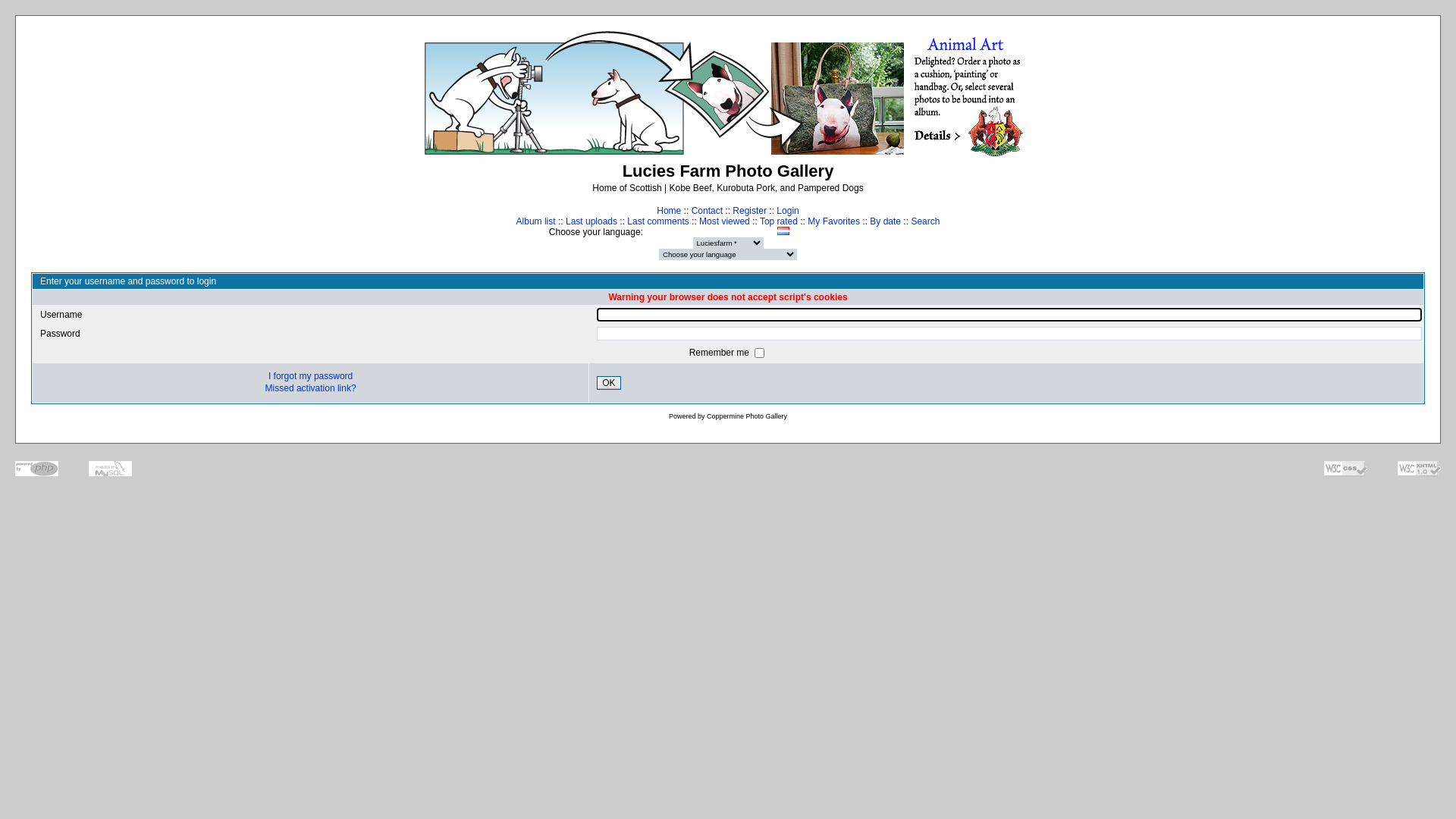 This screenshot has width=1456, height=819. Describe the element at coordinates (797, 231) in the screenshot. I see `'Polish / Polski'` at that location.